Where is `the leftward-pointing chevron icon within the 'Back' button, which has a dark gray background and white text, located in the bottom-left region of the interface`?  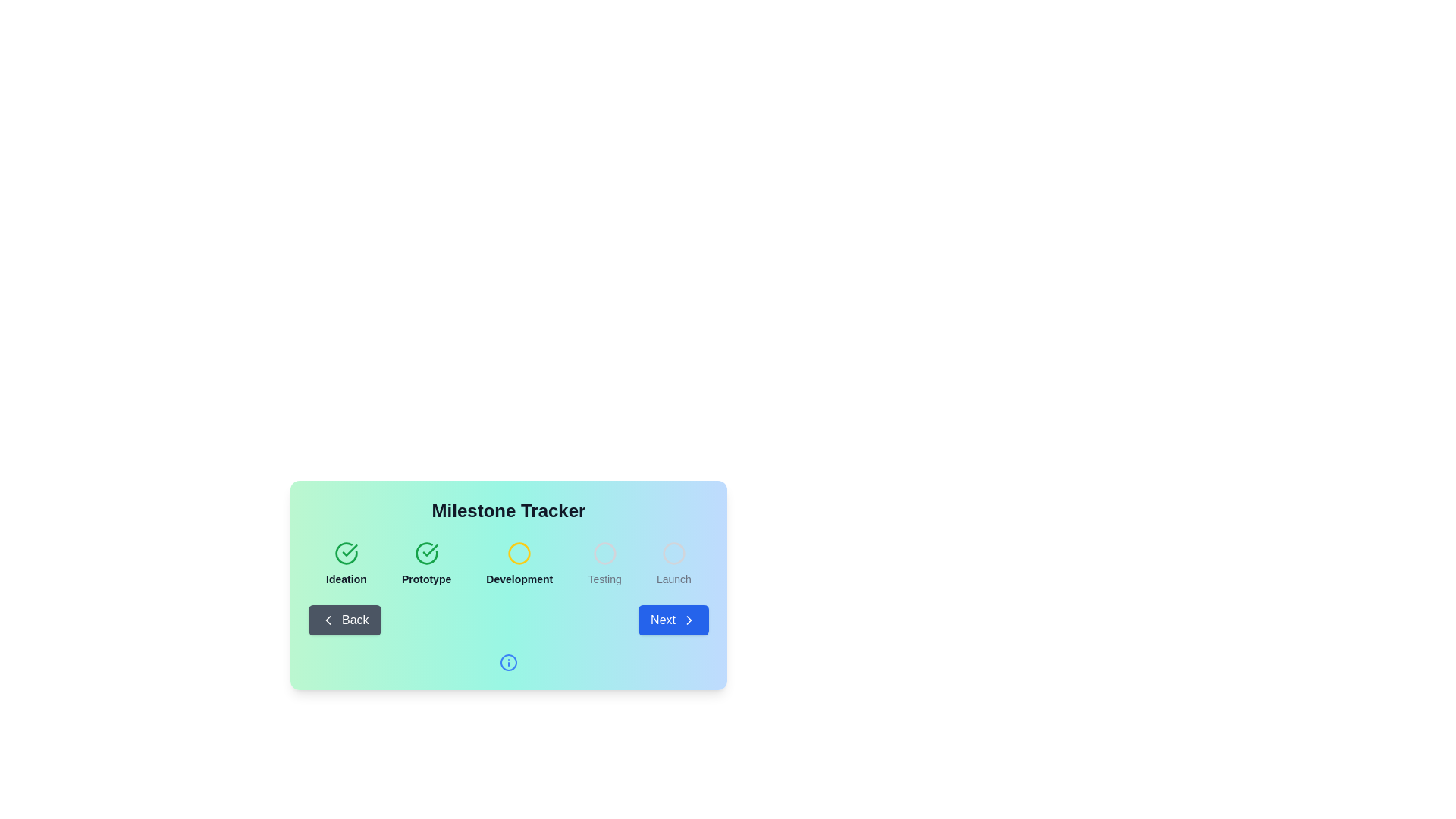
the leftward-pointing chevron icon within the 'Back' button, which has a dark gray background and white text, located in the bottom-left region of the interface is located at coordinates (327, 620).